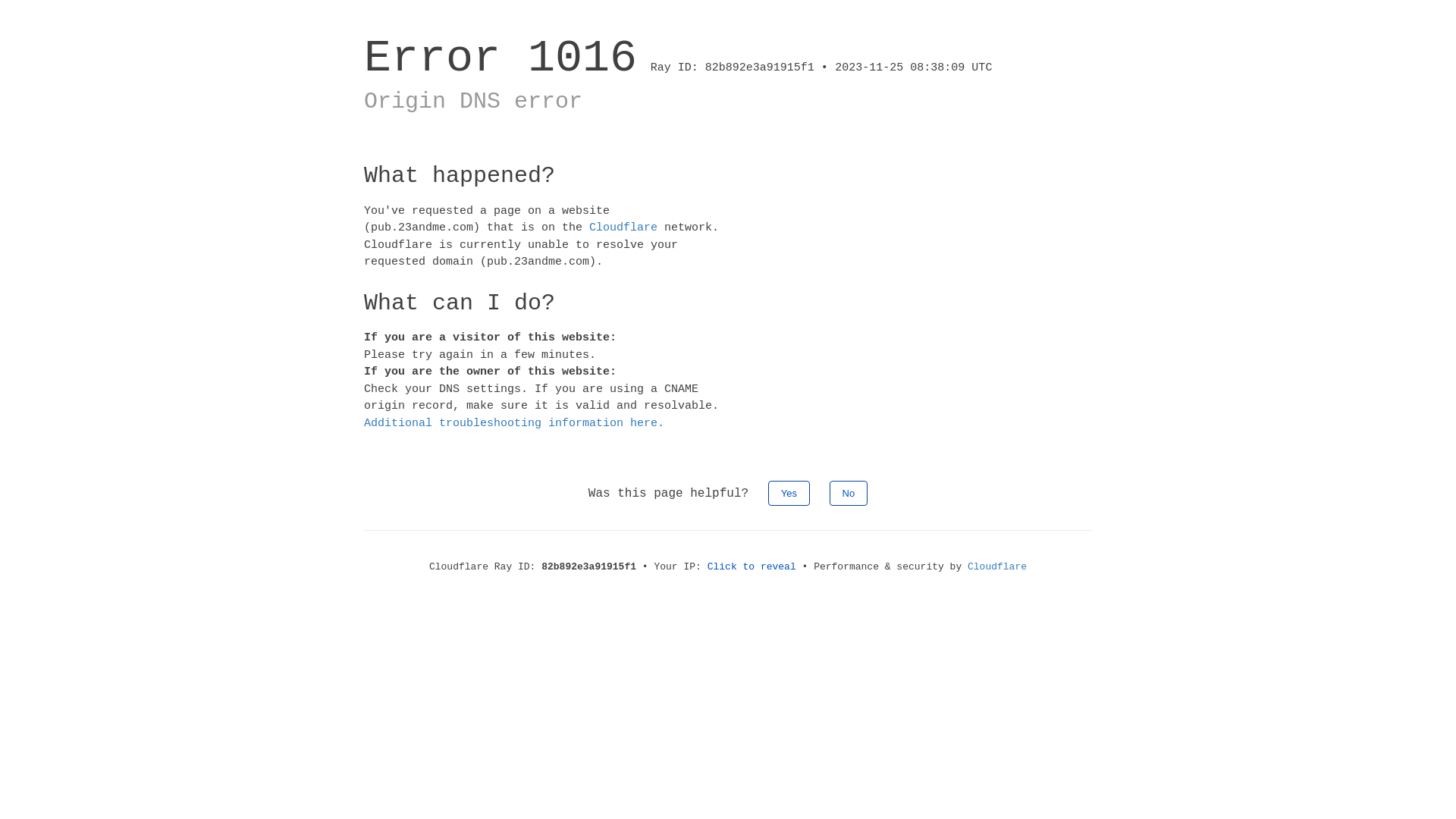 The width and height of the screenshot is (1456, 819). What do you see at coordinates (789, 493) in the screenshot?
I see `'Yes'` at bounding box center [789, 493].